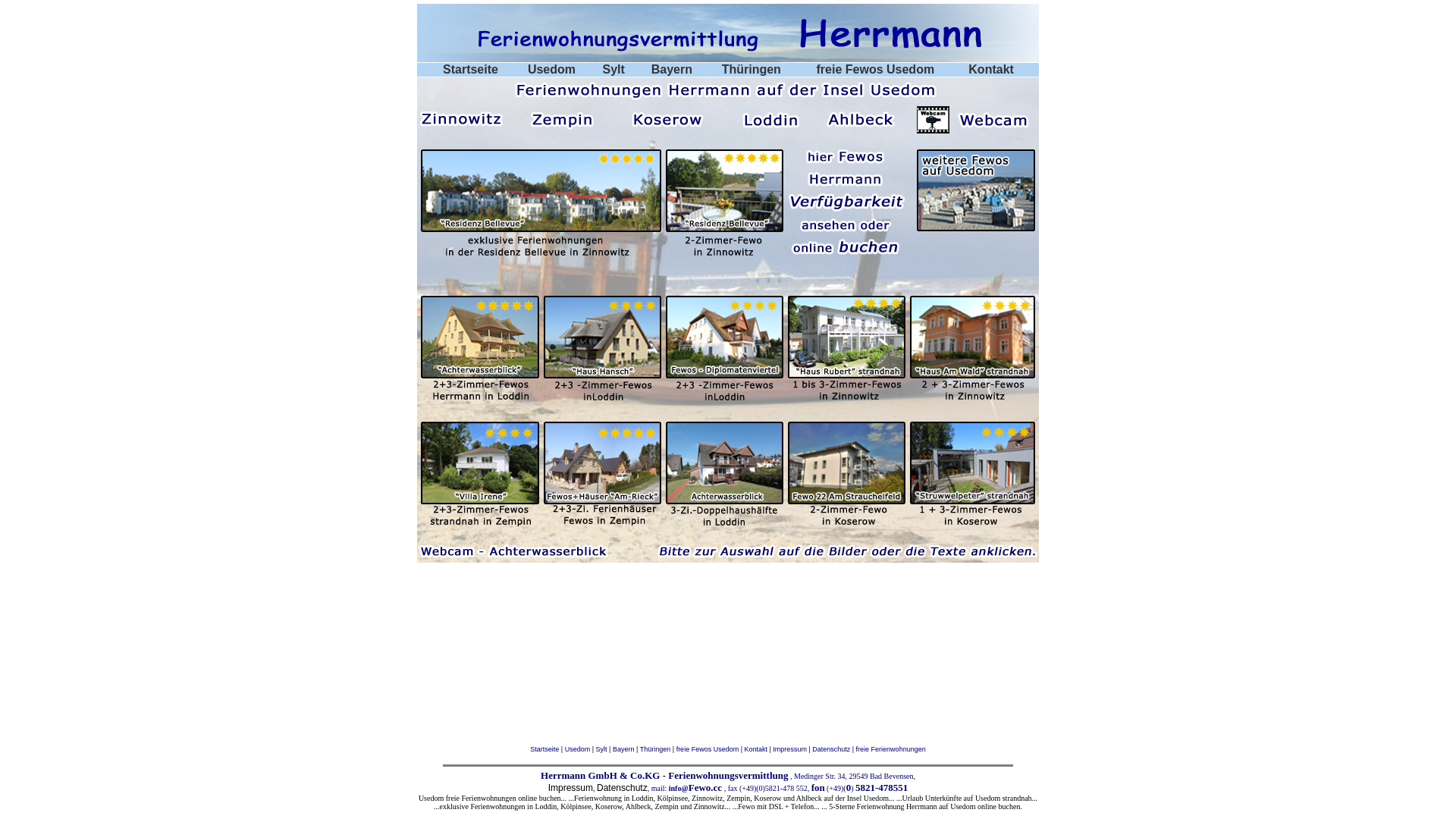 The width and height of the screenshot is (1456, 819). I want to click on 'Datenschutz', so click(596, 786).